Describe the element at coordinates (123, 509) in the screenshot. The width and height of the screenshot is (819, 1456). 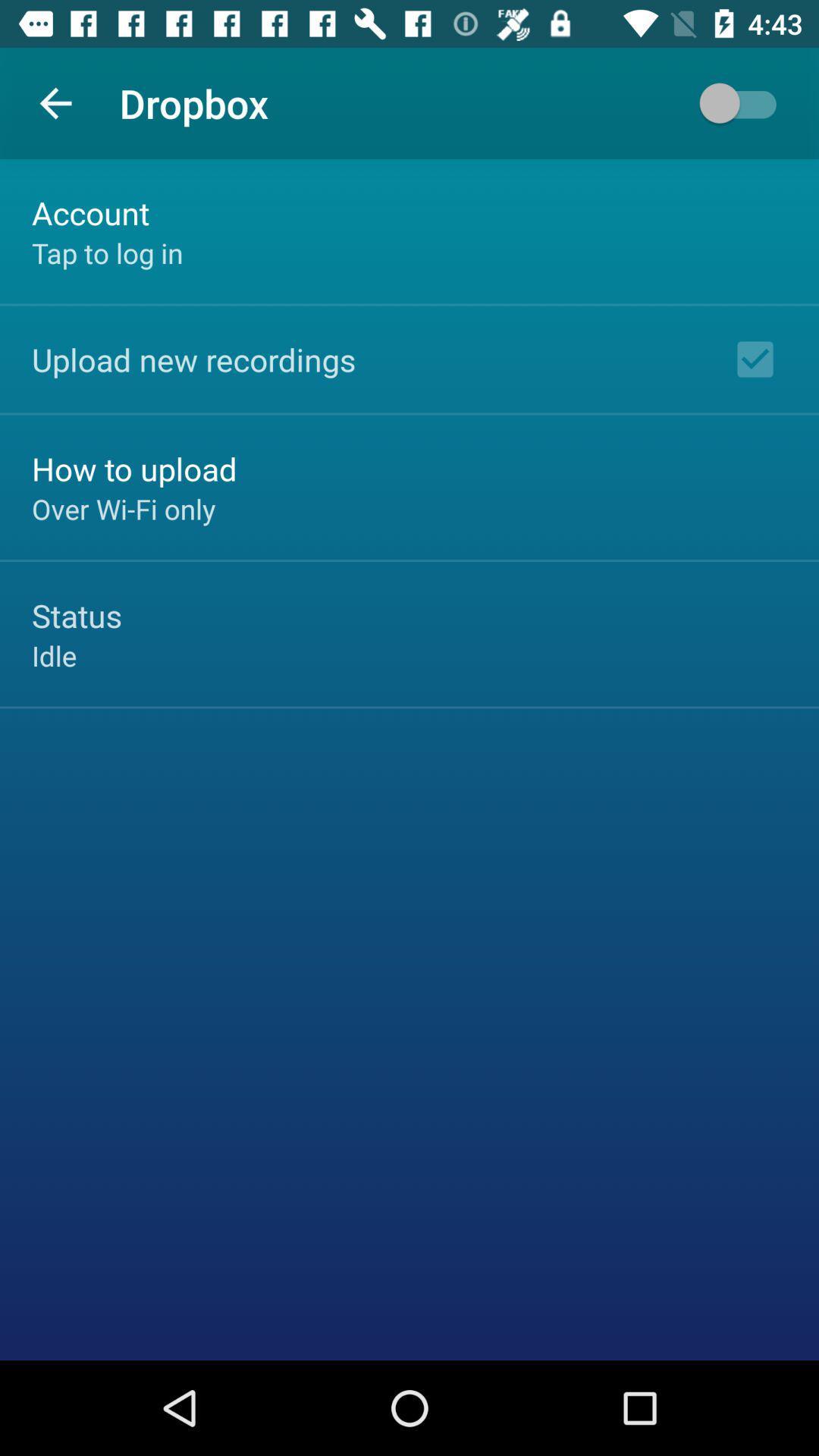
I see `the icon below the how to upload icon` at that location.